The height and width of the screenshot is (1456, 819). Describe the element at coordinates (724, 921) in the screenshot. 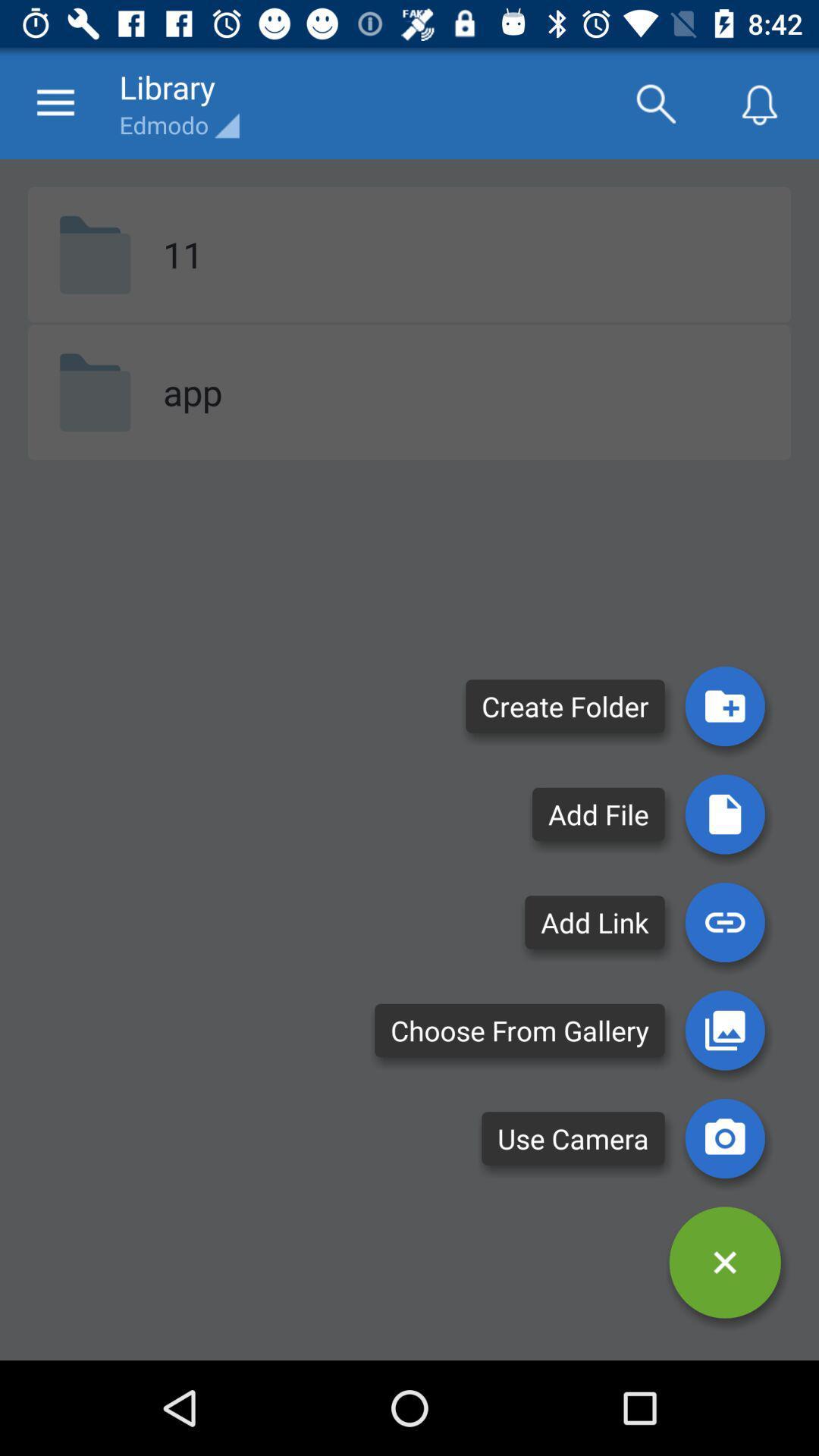

I see `a link` at that location.